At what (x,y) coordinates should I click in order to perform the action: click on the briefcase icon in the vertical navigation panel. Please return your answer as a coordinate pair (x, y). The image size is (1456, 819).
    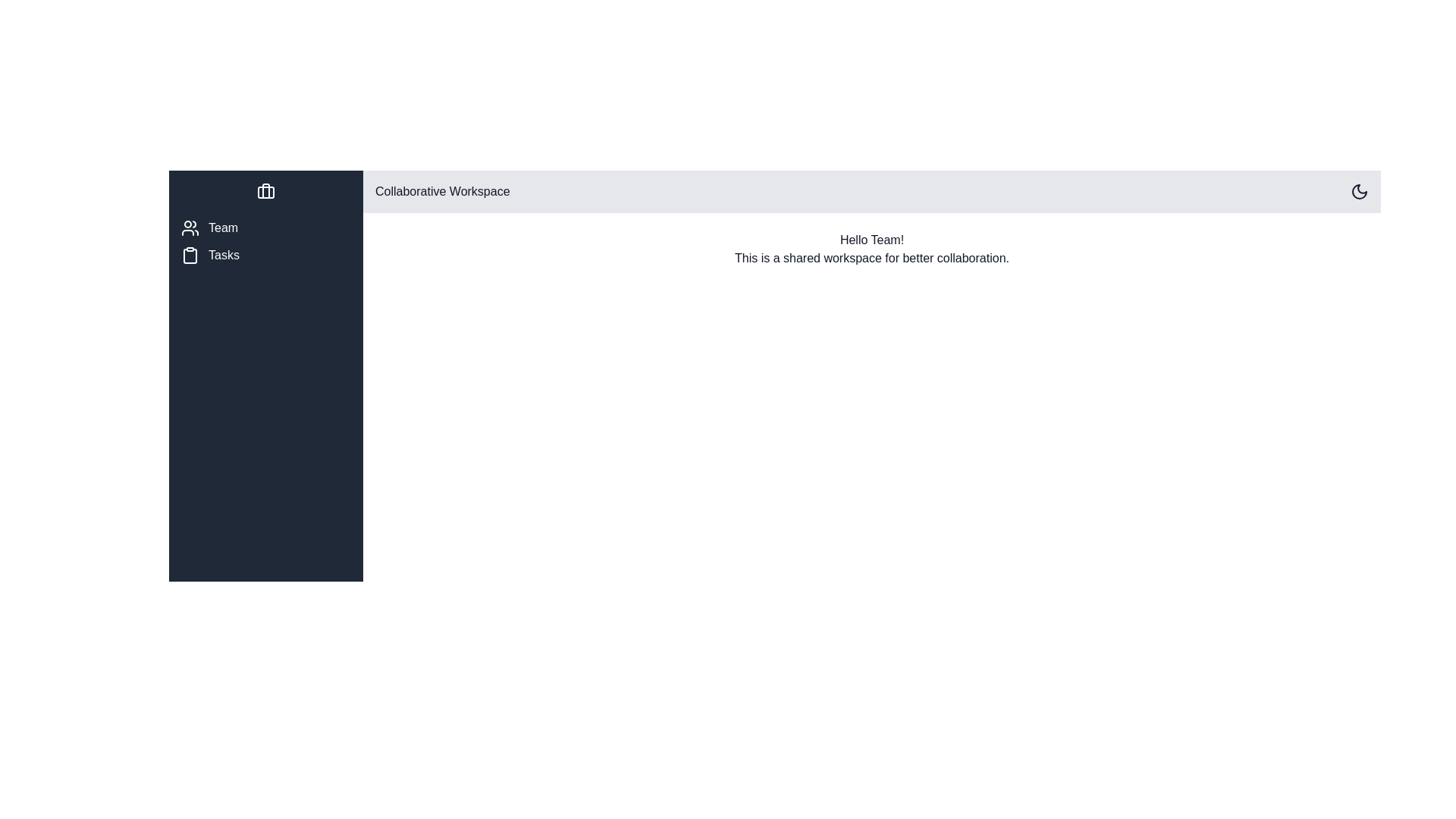
    Looking at the image, I should click on (265, 191).